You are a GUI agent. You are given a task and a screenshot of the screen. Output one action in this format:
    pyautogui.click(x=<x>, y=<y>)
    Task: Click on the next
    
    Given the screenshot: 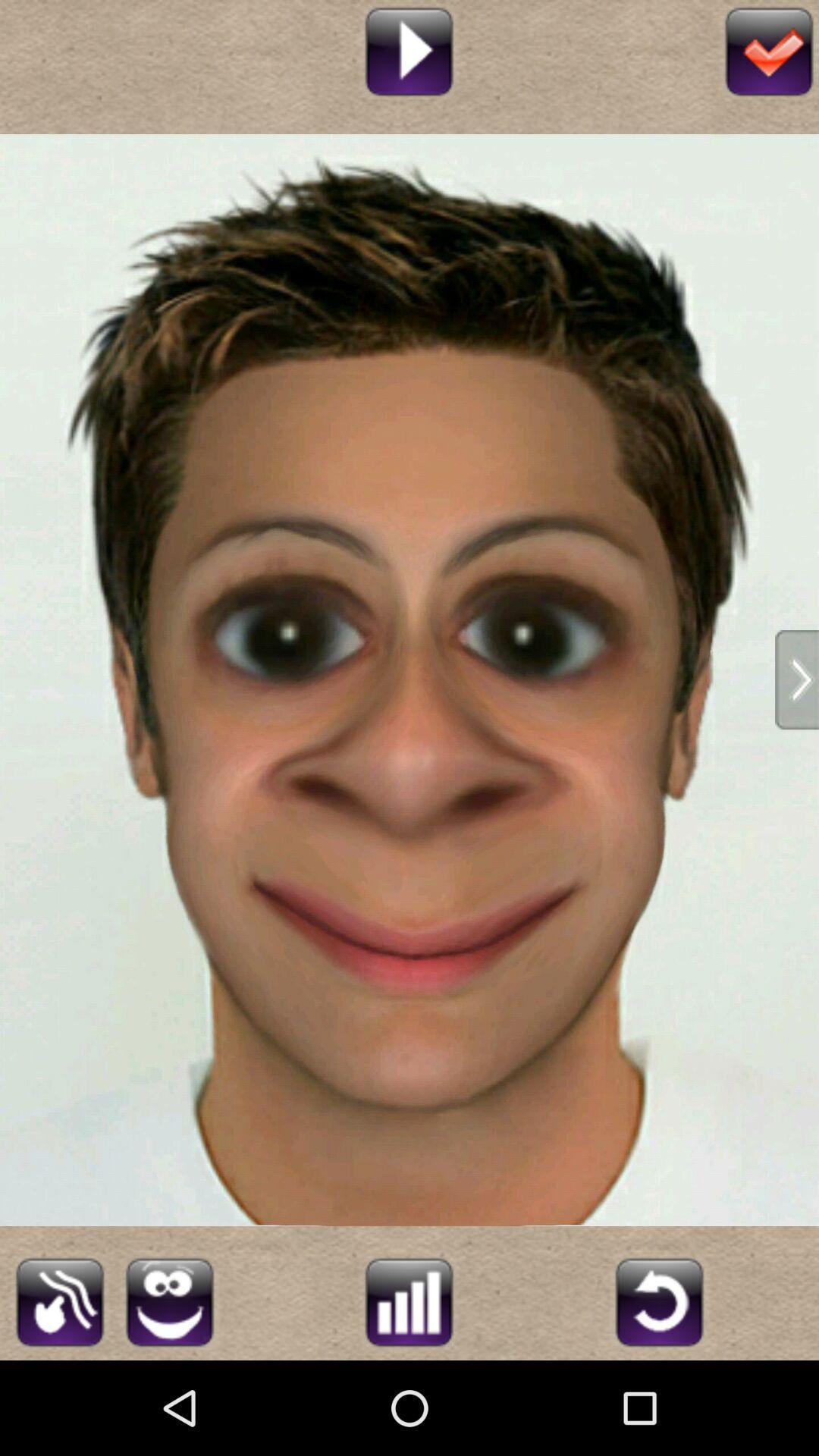 What is the action you would take?
    pyautogui.click(x=796, y=679)
    